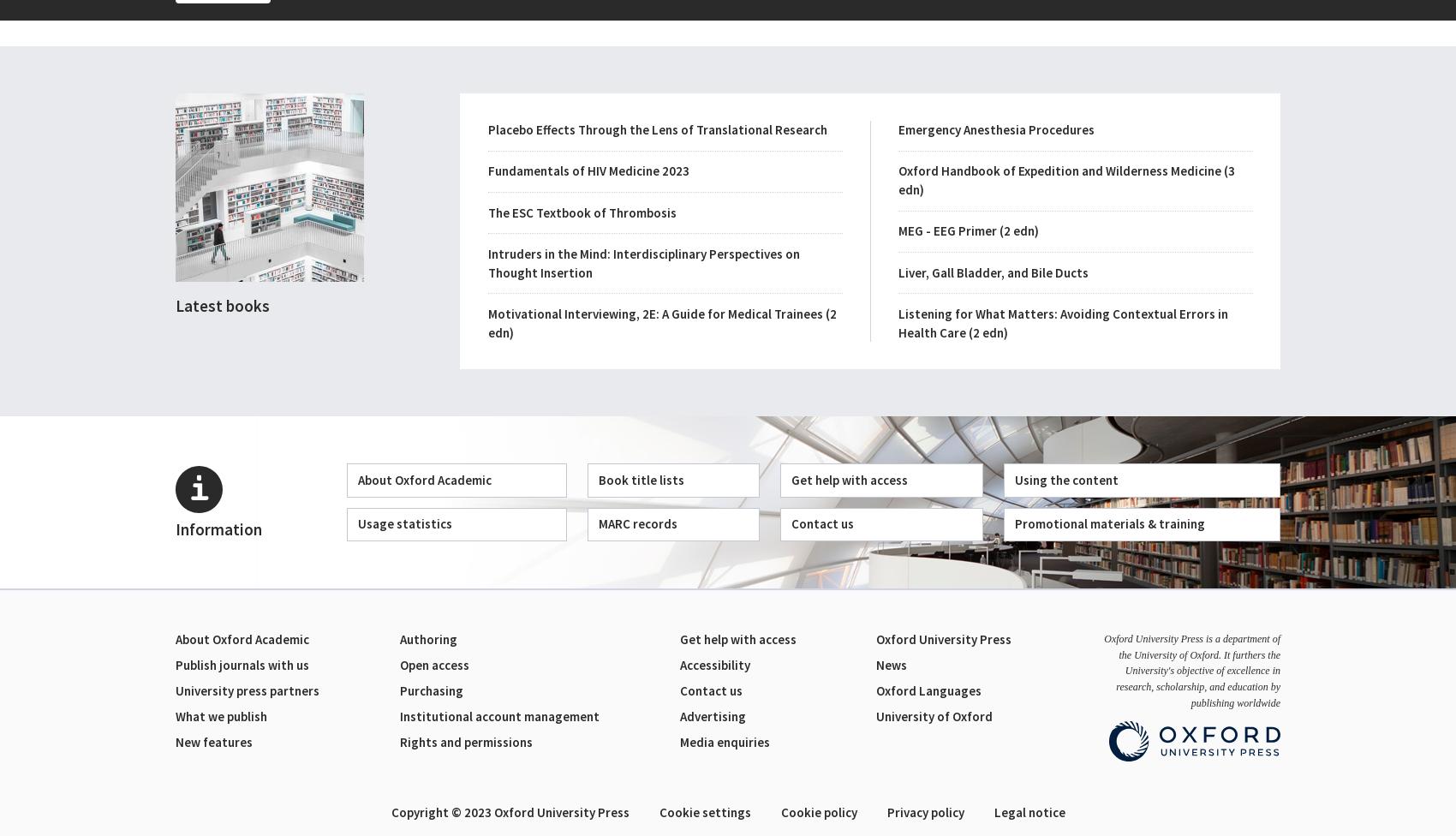 This screenshot has width=1456, height=836. Describe the element at coordinates (993, 272) in the screenshot. I see `'Liver, Gall Bladder, and Bile Ducts'` at that location.